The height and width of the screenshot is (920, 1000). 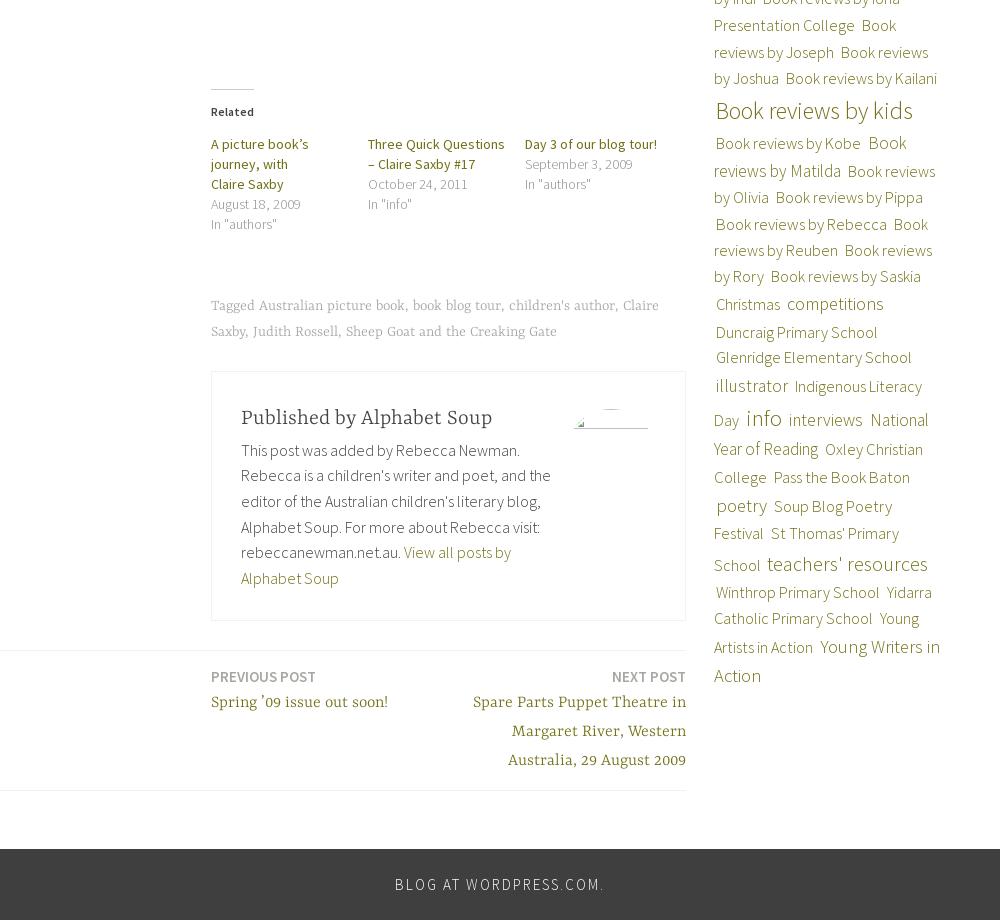 I want to click on 'Book reviews by Rory', so click(x=821, y=262).